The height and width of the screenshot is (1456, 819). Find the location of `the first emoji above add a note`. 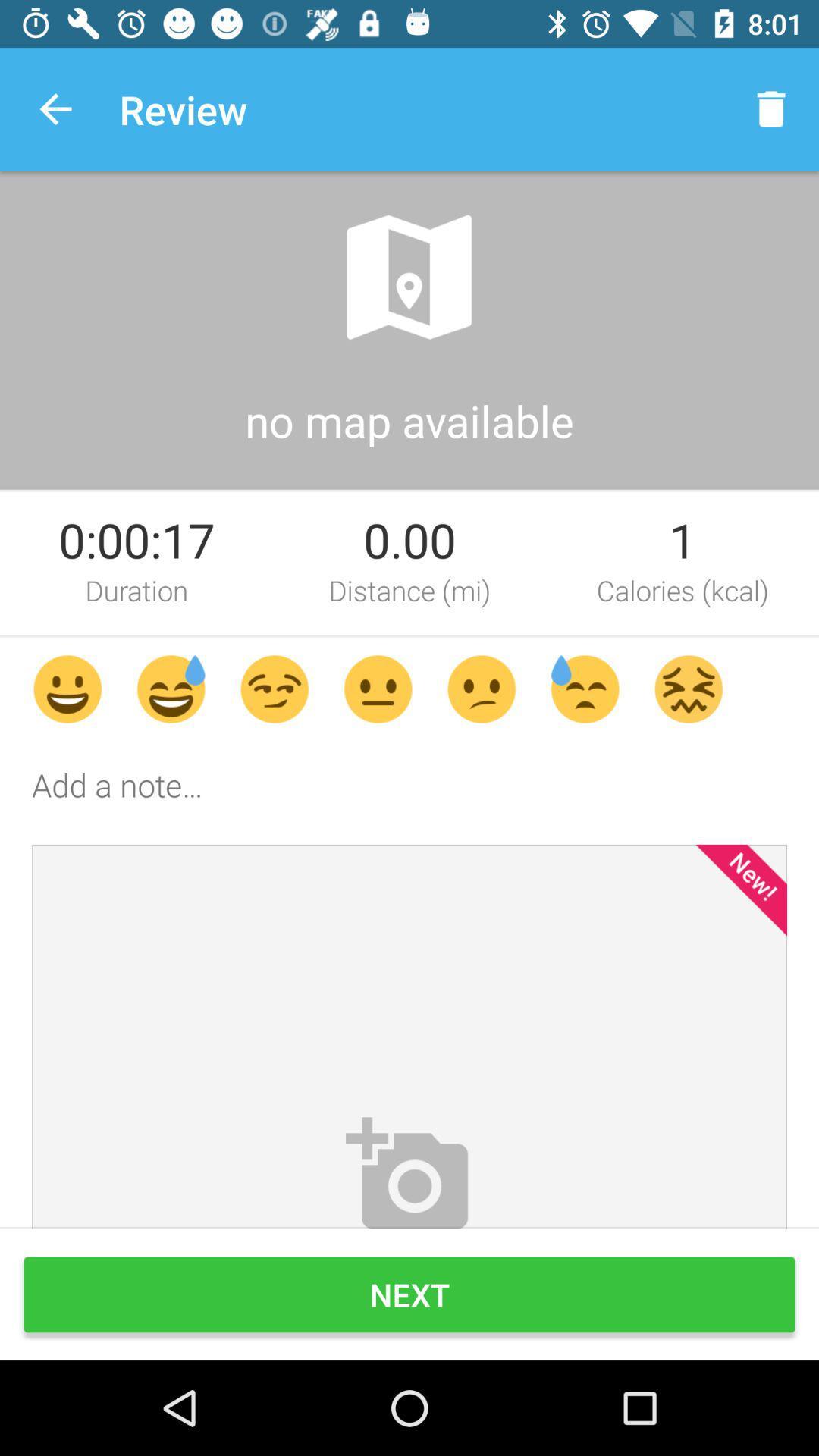

the first emoji above add a note is located at coordinates (67, 688).